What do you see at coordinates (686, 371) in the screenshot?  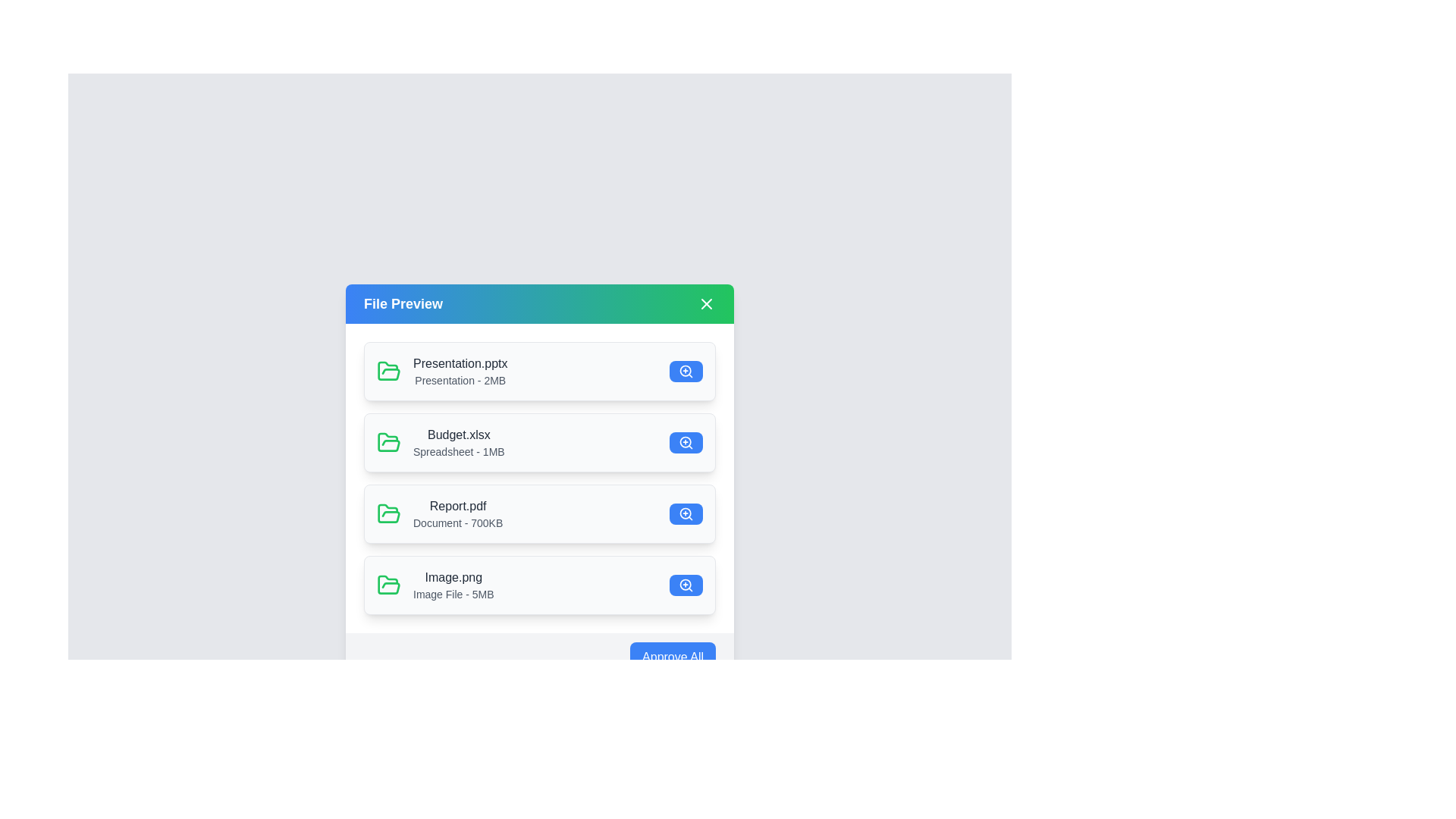 I see `the 'Zoom' button next to the file named Presentation.pptx` at bounding box center [686, 371].